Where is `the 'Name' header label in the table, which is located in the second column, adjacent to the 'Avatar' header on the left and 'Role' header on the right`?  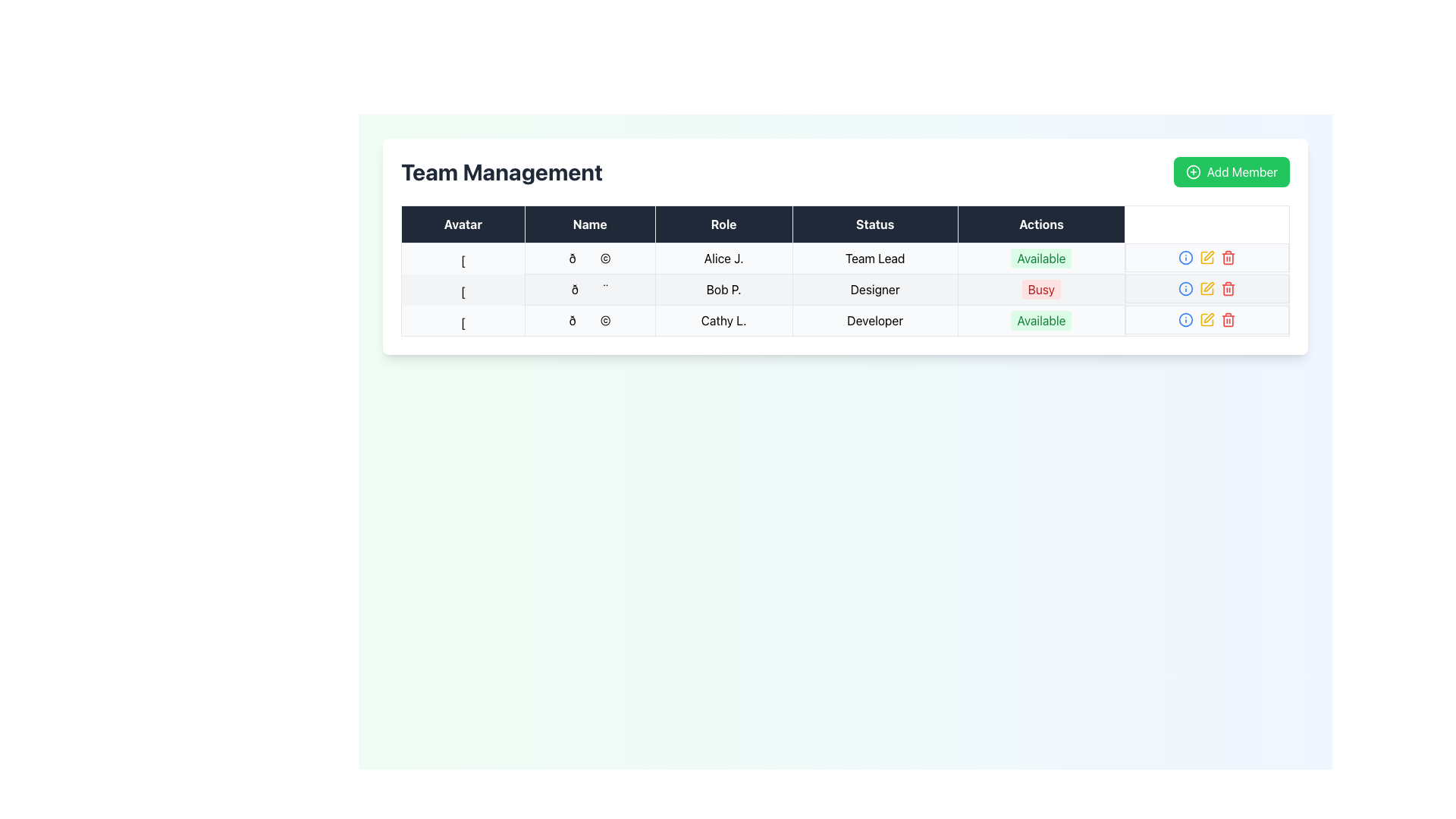 the 'Name' header label in the table, which is located in the second column, adjacent to the 'Avatar' header on the left and 'Role' header on the right is located at coordinates (589, 224).